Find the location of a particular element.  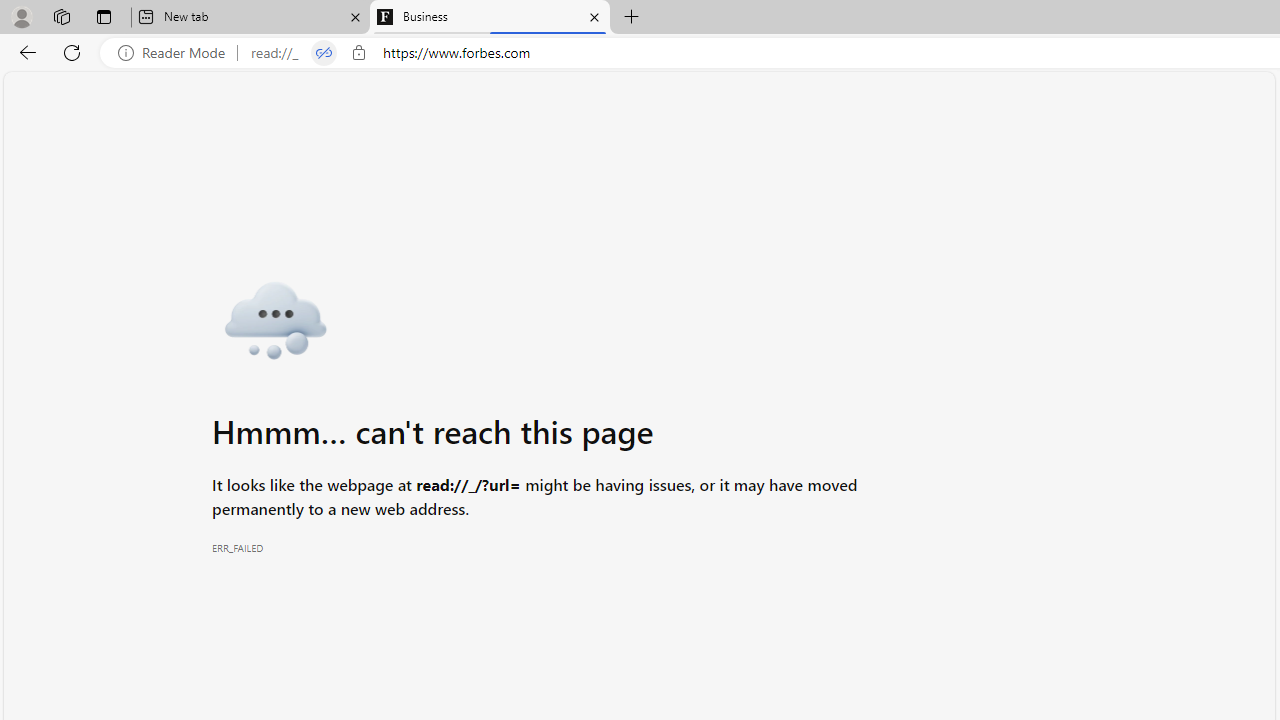

'Tabs in split screen' is located at coordinates (323, 52).